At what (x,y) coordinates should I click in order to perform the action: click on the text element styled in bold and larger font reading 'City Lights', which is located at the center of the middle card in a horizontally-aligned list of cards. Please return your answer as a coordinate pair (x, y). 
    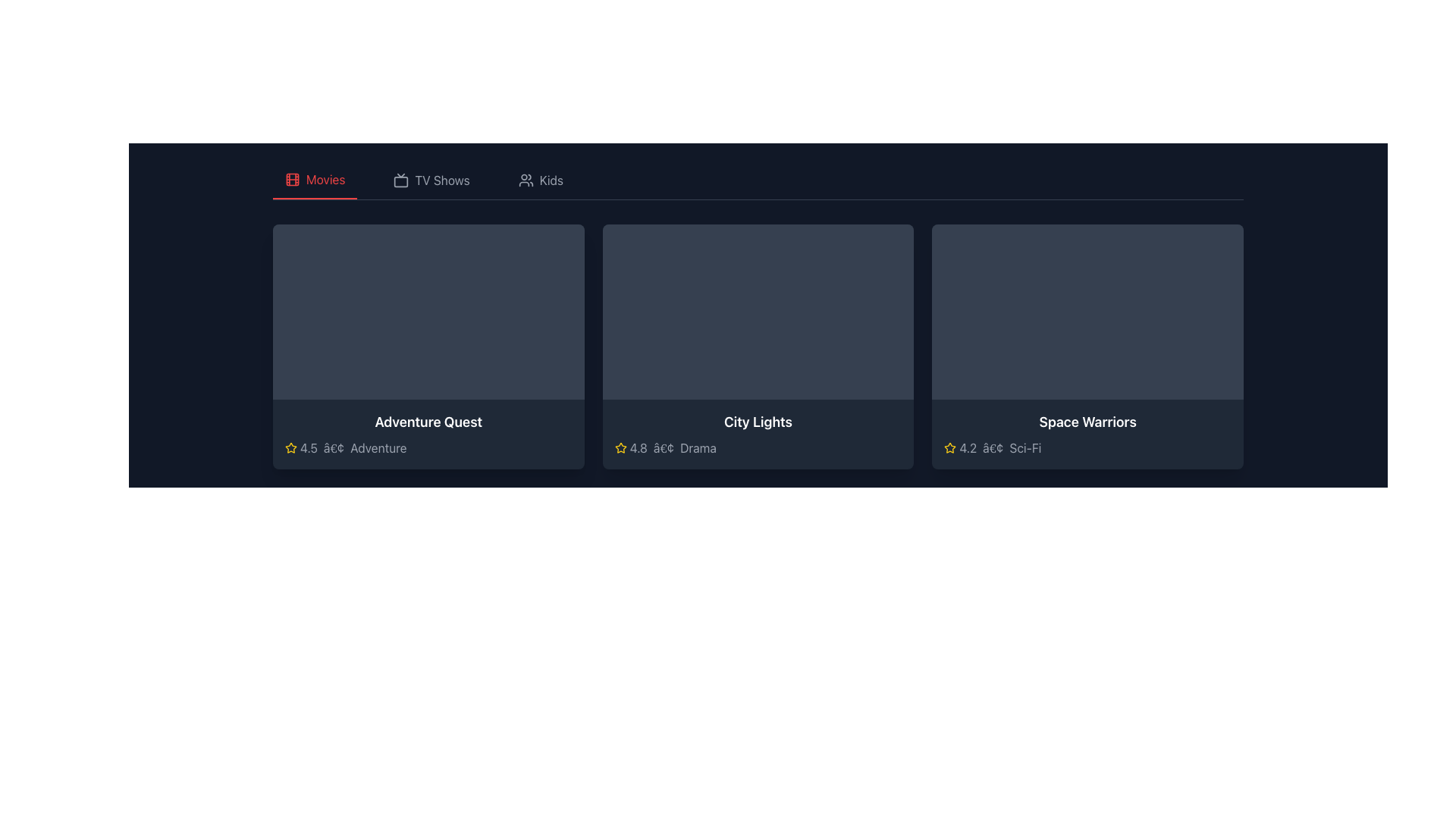
    Looking at the image, I should click on (758, 422).